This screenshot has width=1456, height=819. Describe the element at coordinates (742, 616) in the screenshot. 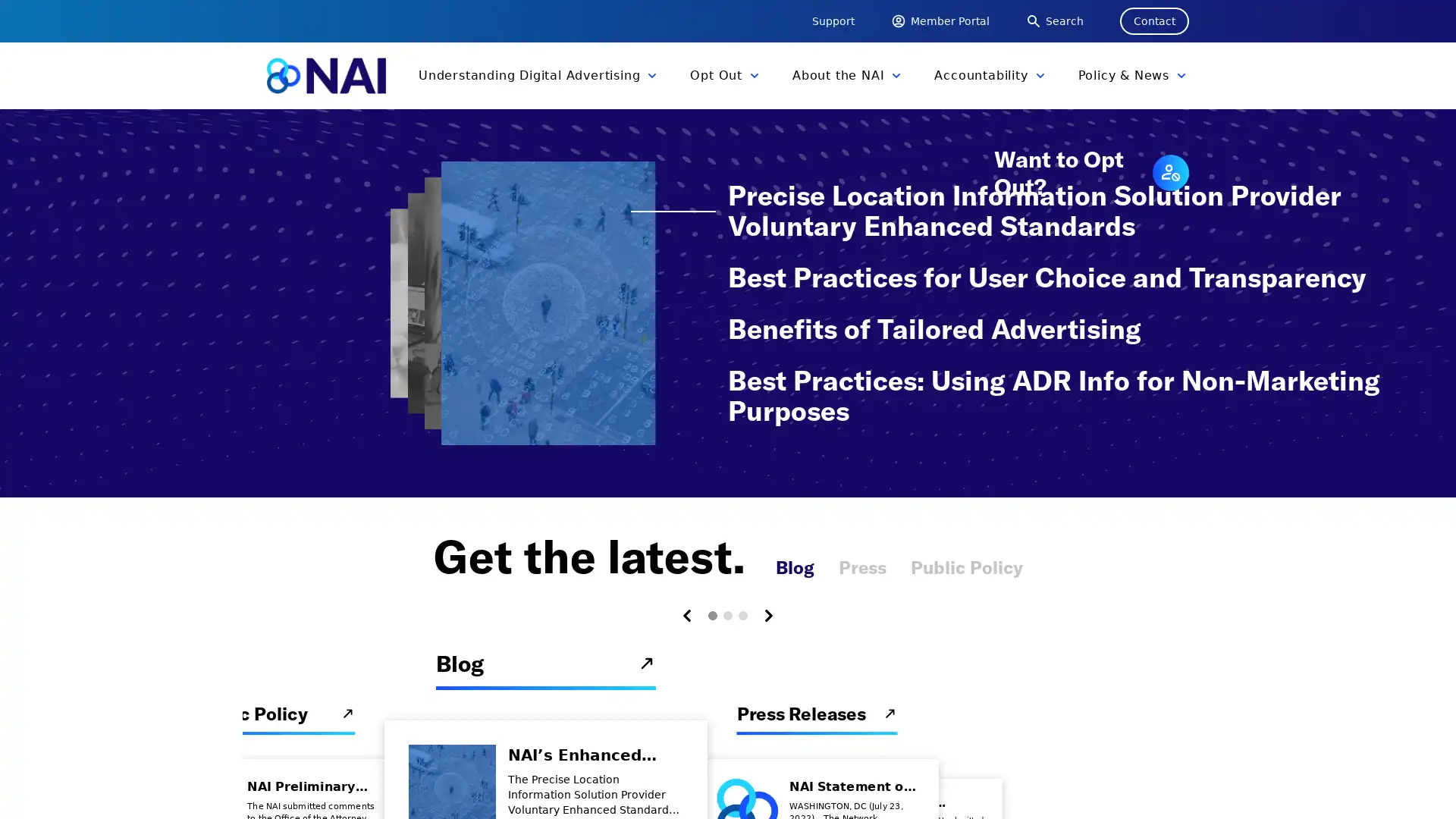

I see `Carousel Page 3` at that location.